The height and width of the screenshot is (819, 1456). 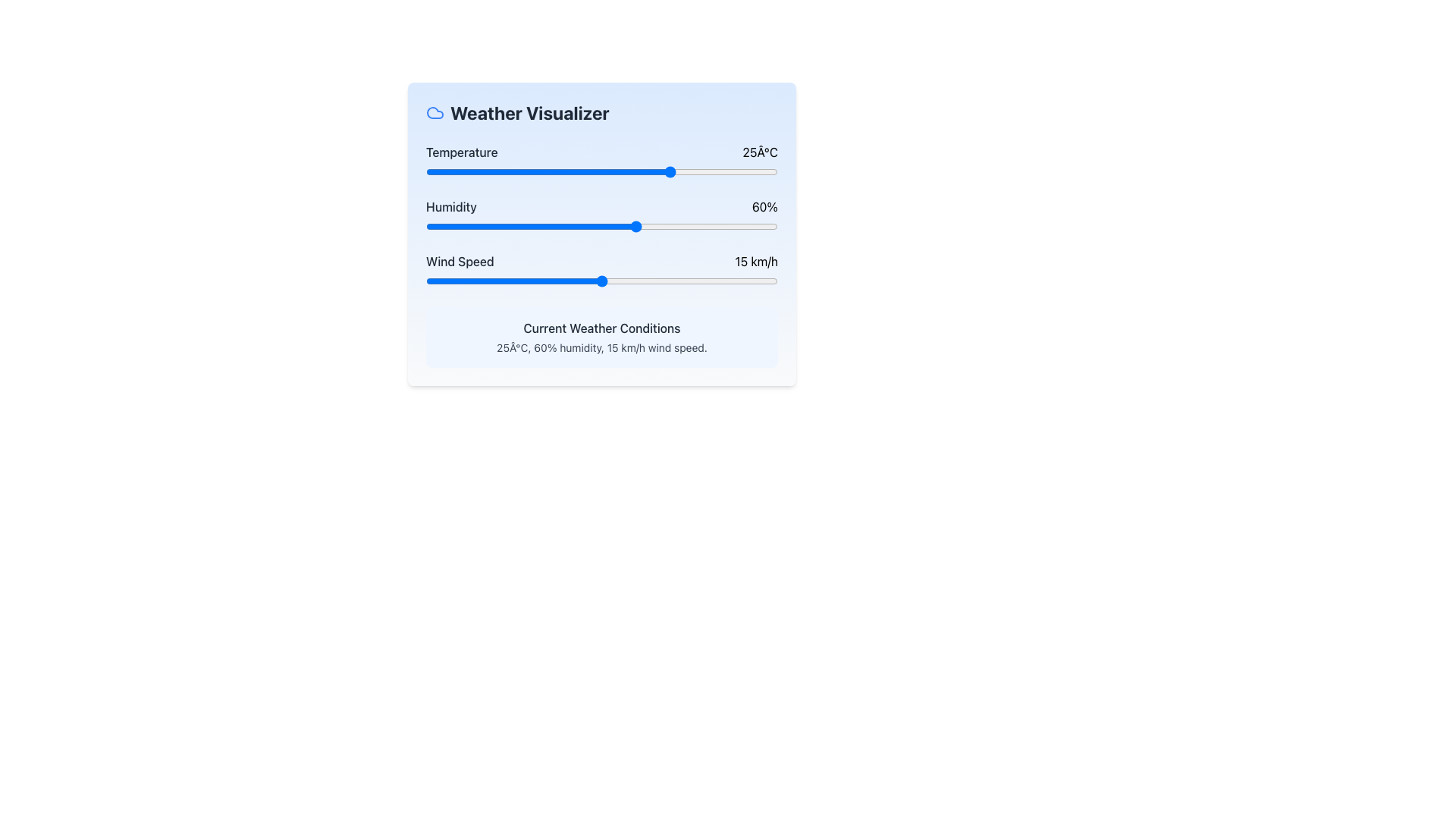 I want to click on wind speed, so click(x=707, y=281).